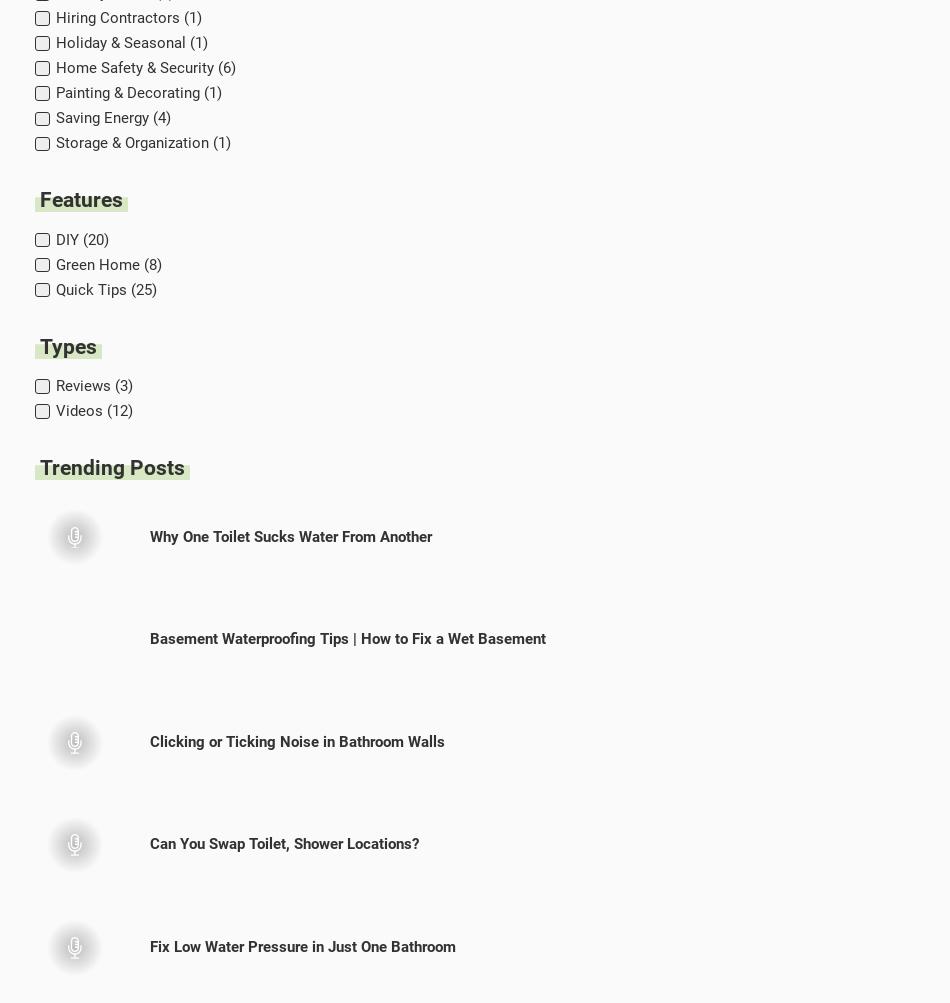  What do you see at coordinates (142, 142) in the screenshot?
I see `'Storage & Organization (1)'` at bounding box center [142, 142].